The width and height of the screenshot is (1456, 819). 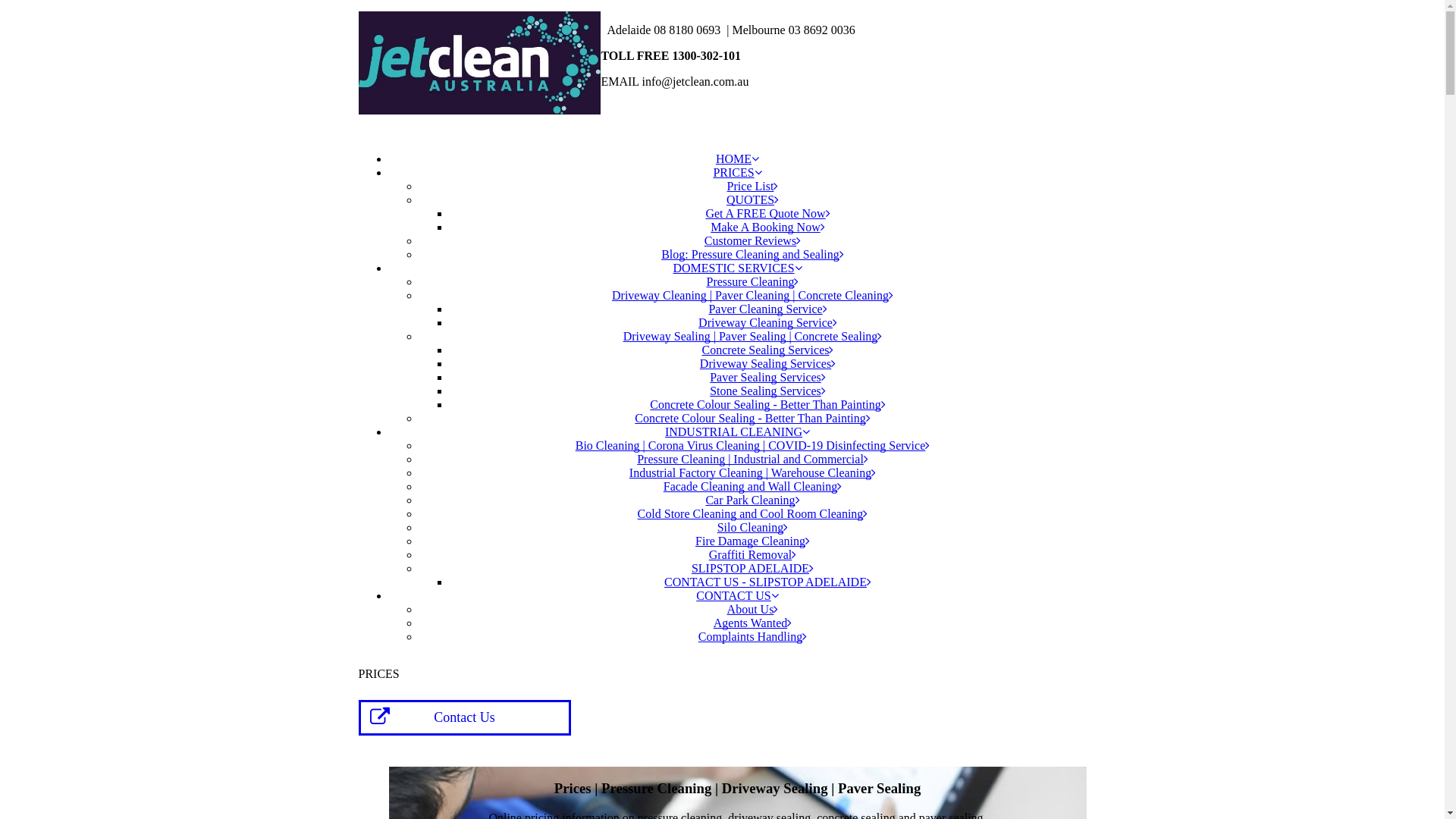 What do you see at coordinates (753, 513) in the screenshot?
I see `'Cold Store Cleaning and Cool Room Cleaning'` at bounding box center [753, 513].